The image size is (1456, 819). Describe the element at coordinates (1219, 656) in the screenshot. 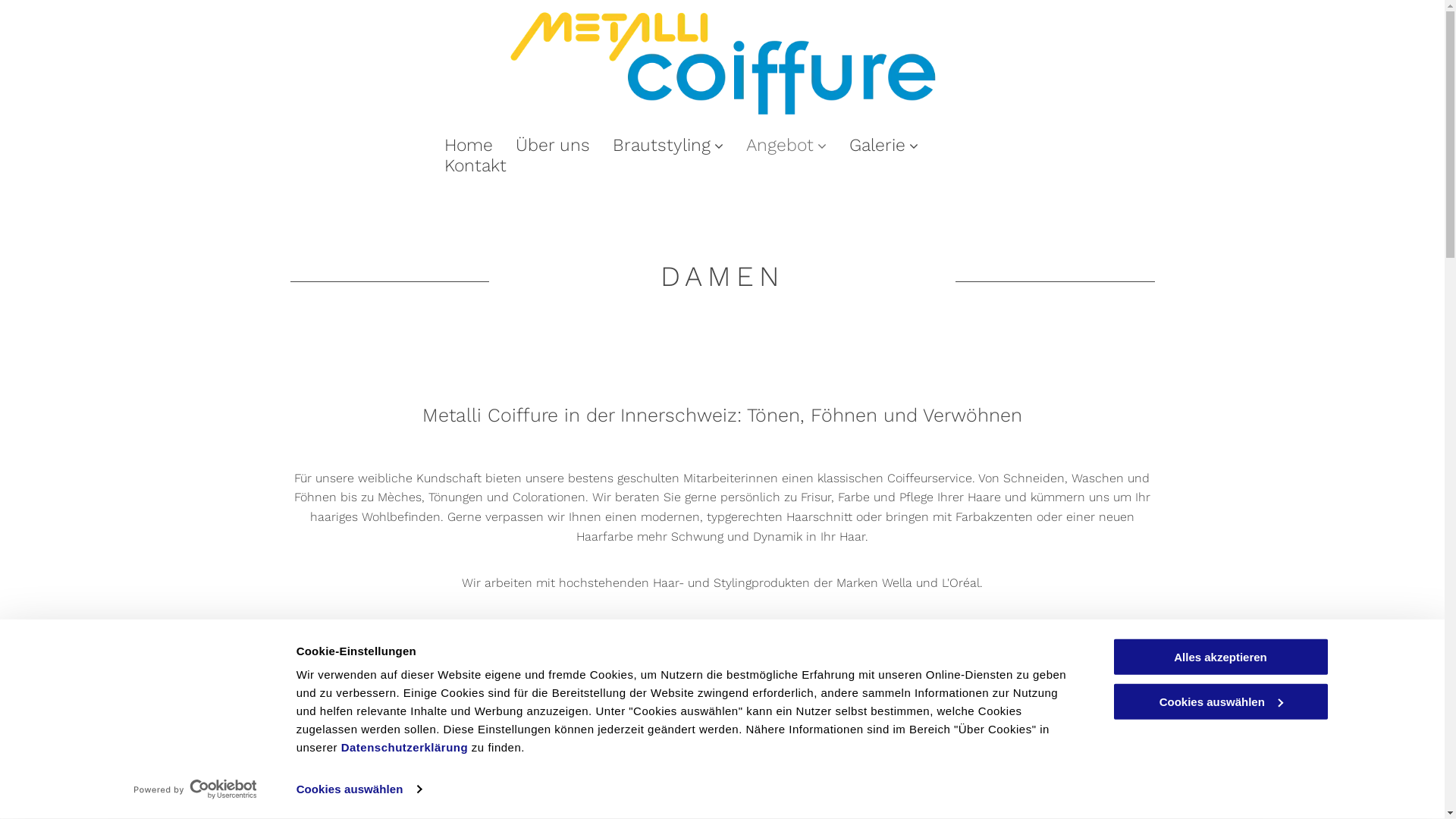

I see `'Alles akzeptieren'` at that location.